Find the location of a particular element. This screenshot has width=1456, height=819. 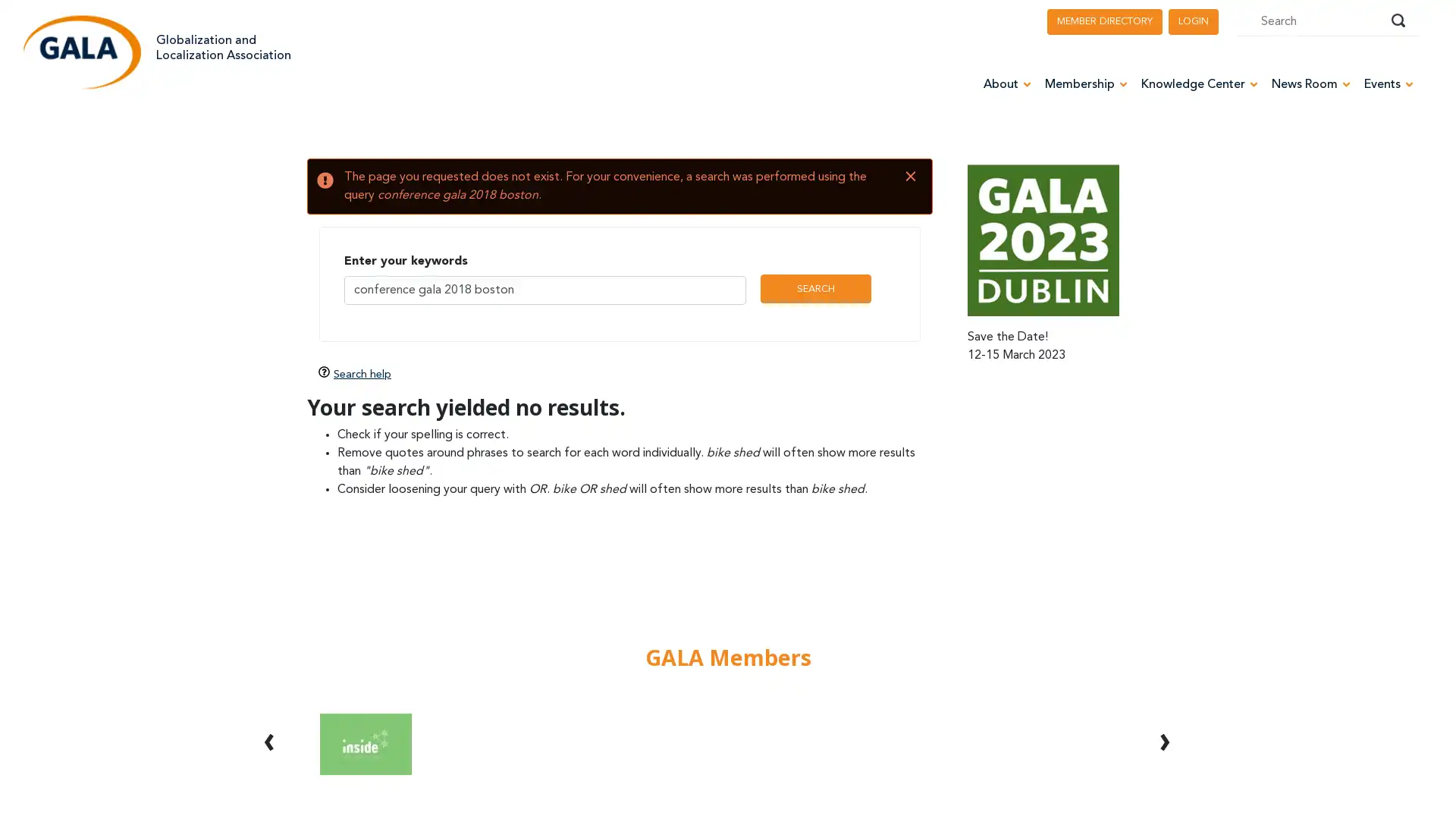

search bar is located at coordinates (1397, 20).